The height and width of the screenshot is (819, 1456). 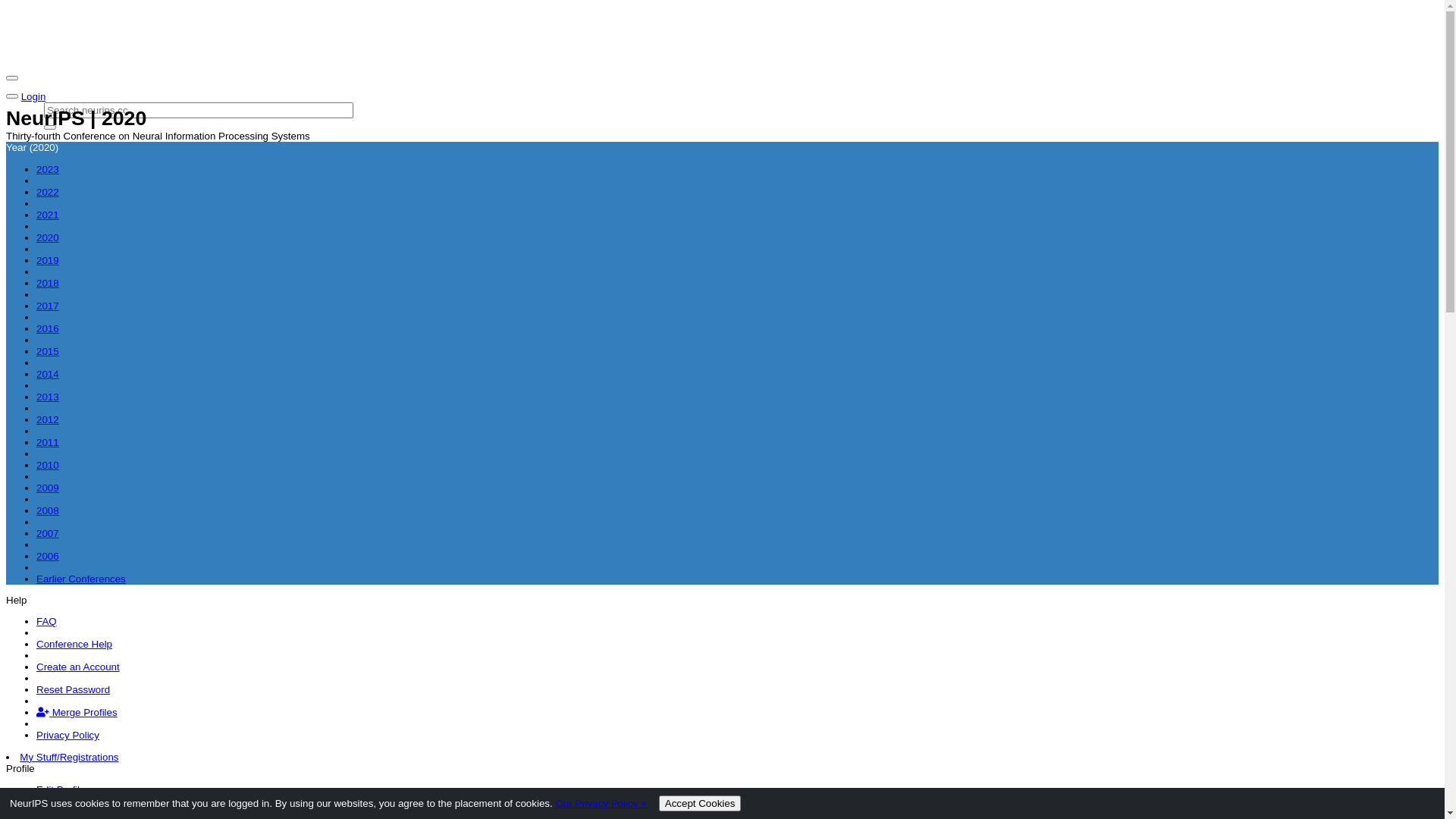 I want to click on '2021', so click(x=36, y=215).